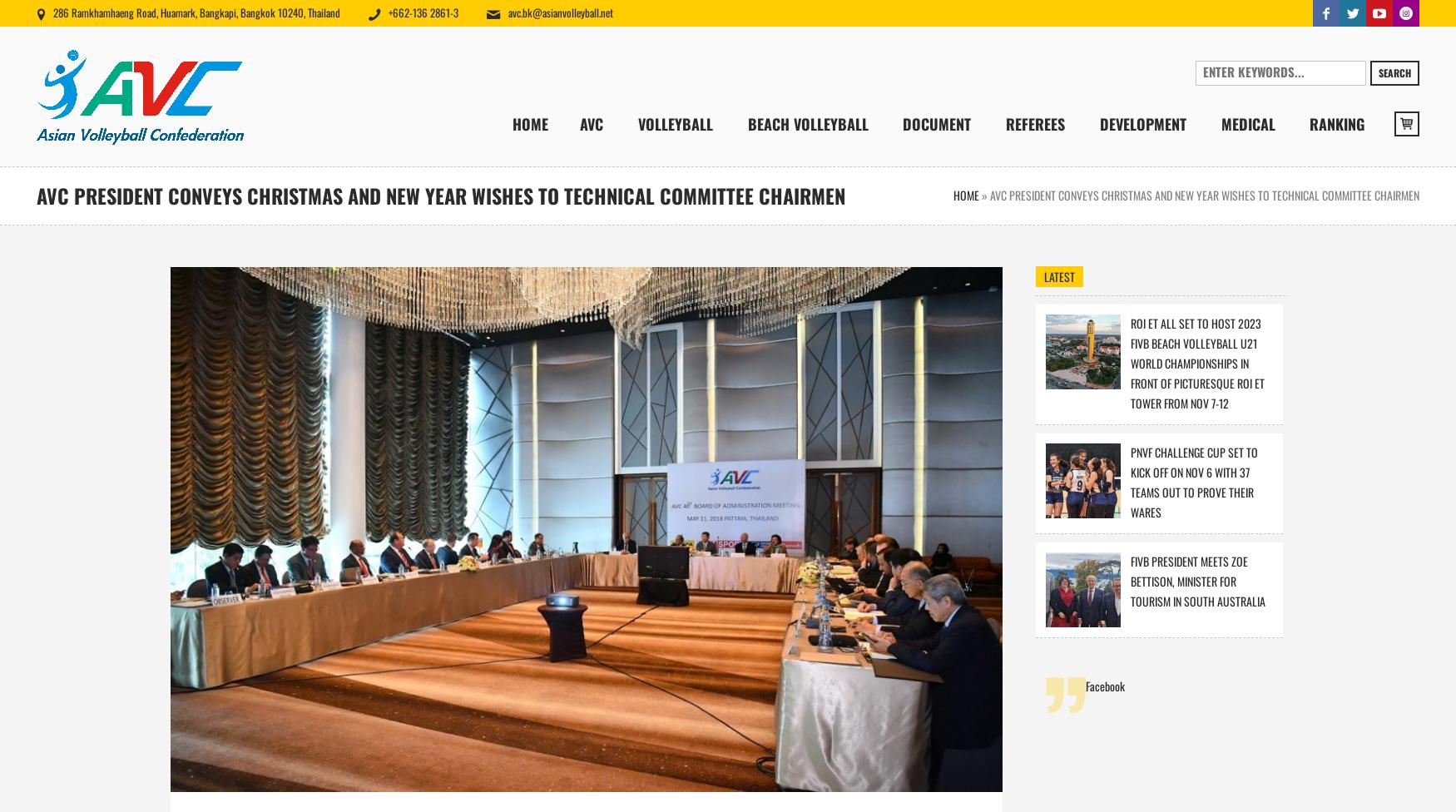 This screenshot has width=1456, height=812. What do you see at coordinates (559, 12) in the screenshot?
I see `'avc.bk@asianvolleyball.net'` at bounding box center [559, 12].